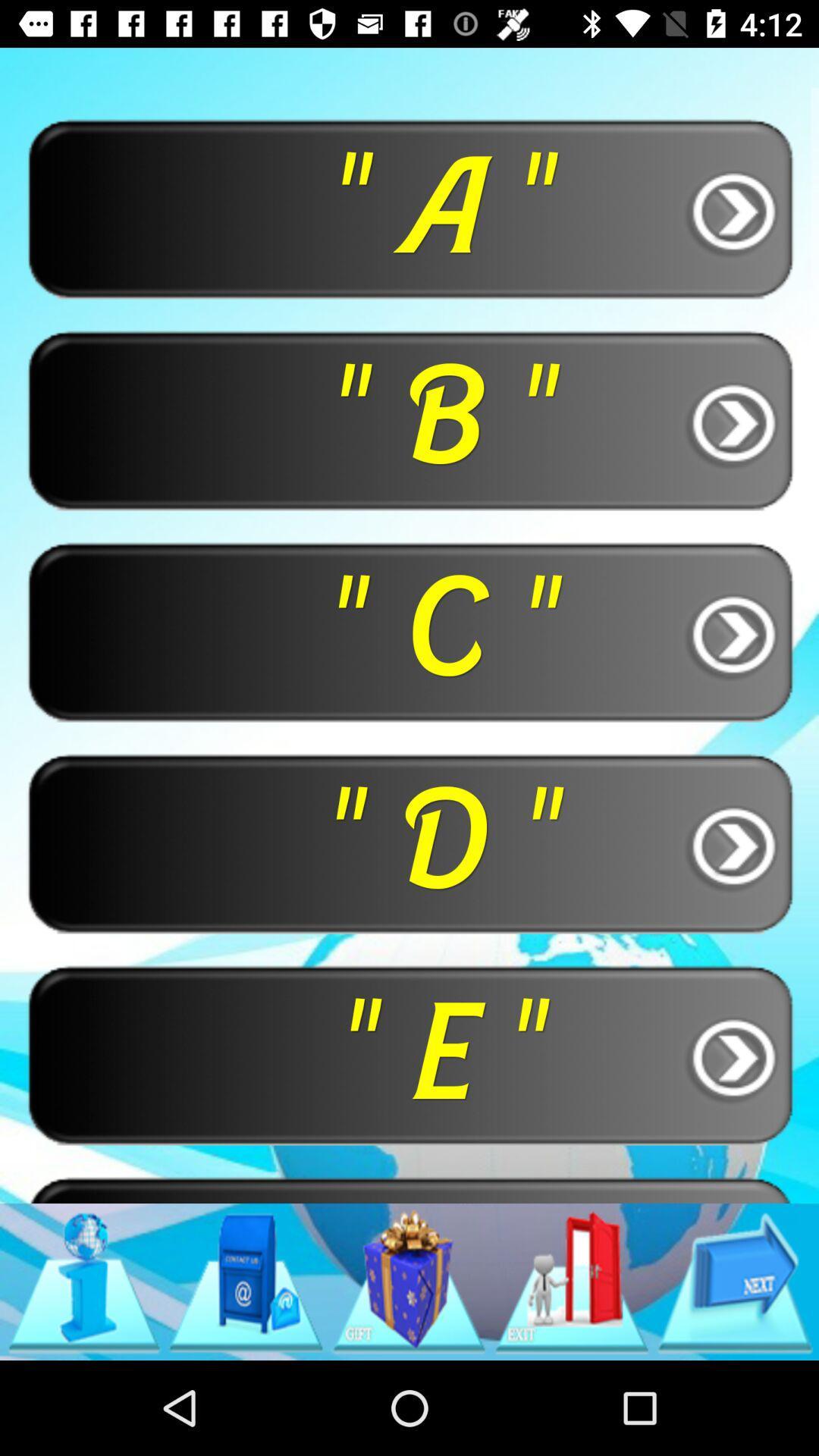 This screenshot has width=819, height=1456. What do you see at coordinates (409, 631) in the screenshot?
I see `the   " c " button` at bounding box center [409, 631].